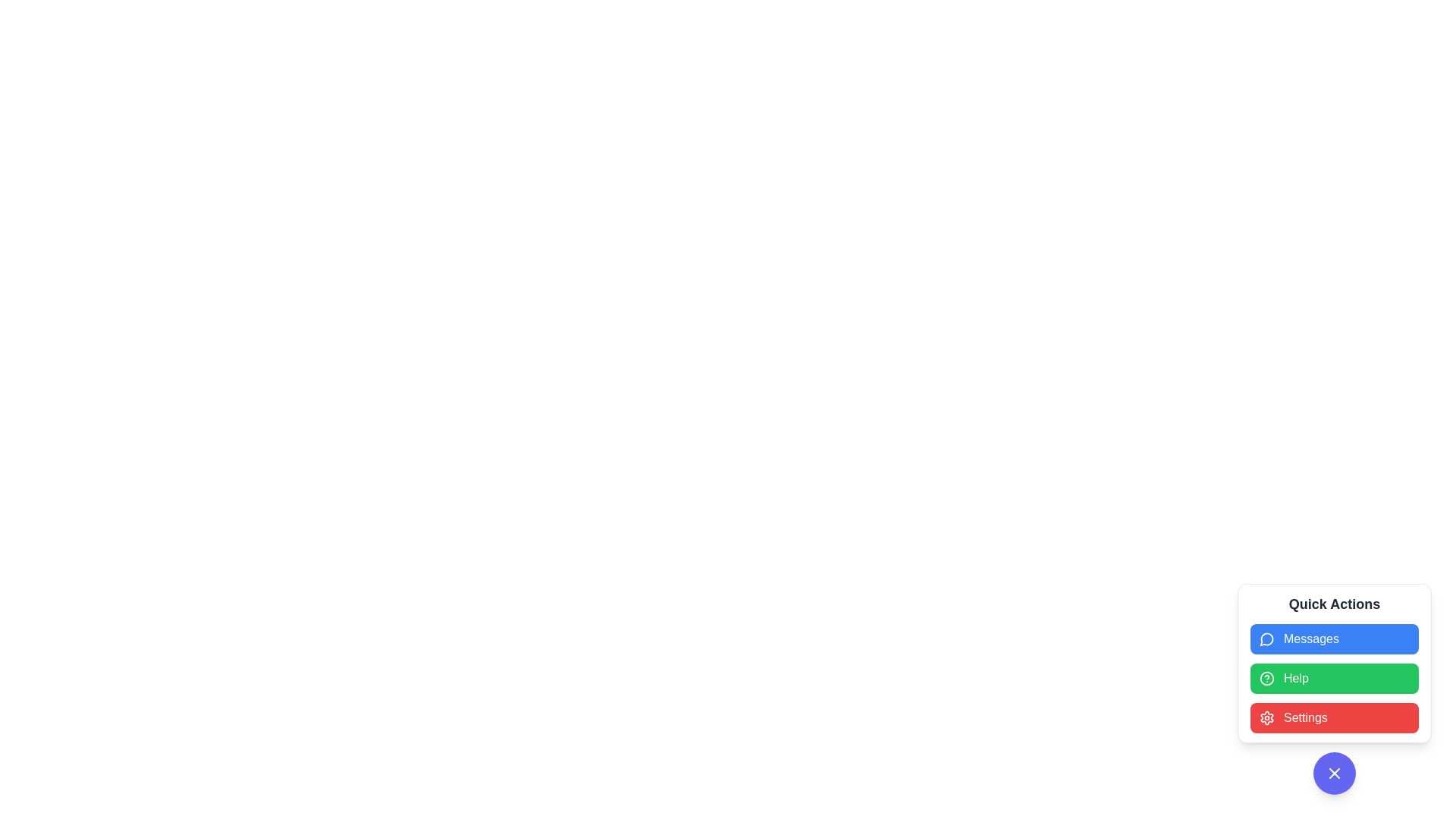 The width and height of the screenshot is (1456, 819). I want to click on the help button located in the 'Quick Actions' menu, positioned between the blue 'Messages' button and the red 'Settings' button, so click(1335, 677).